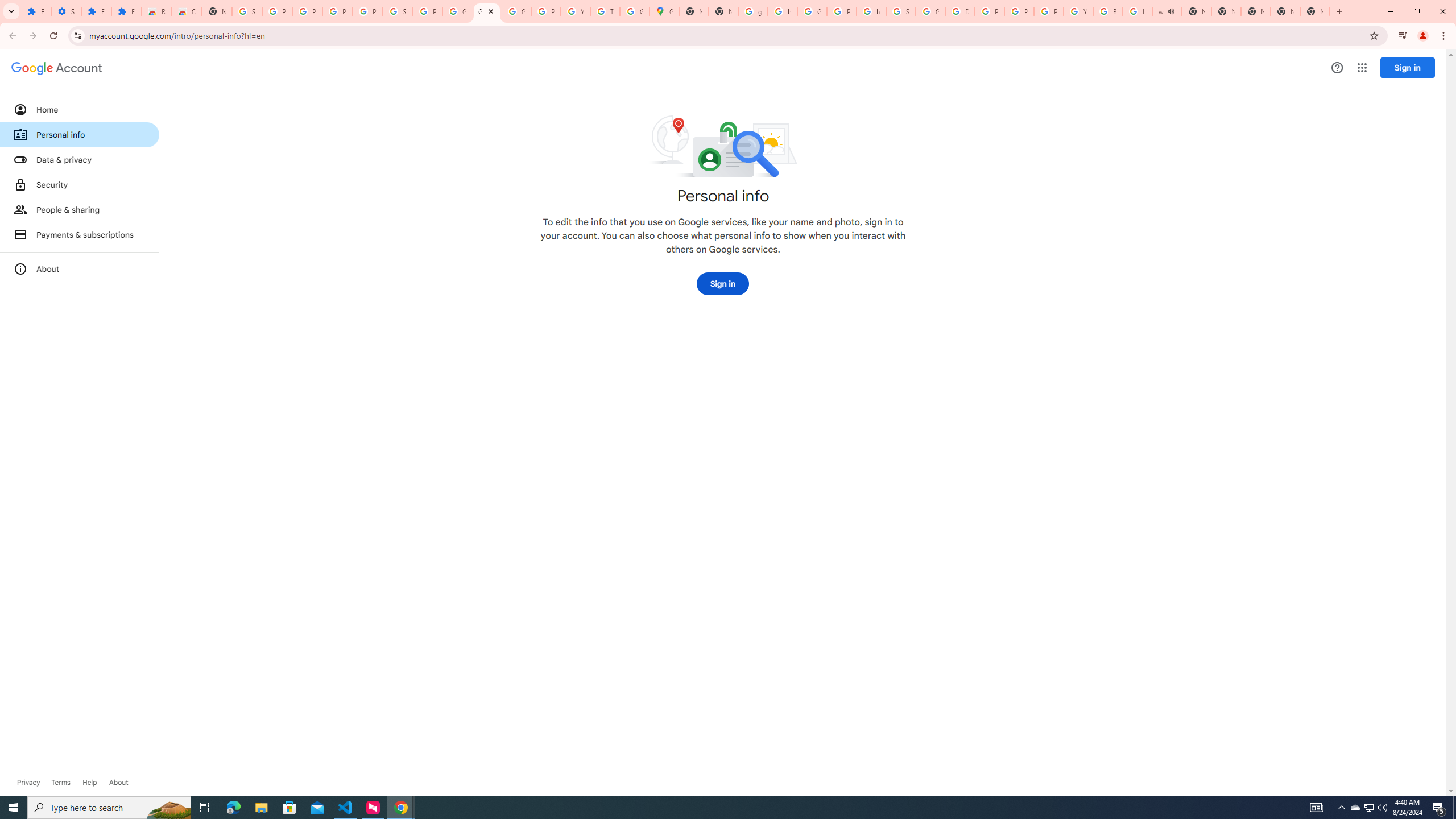 This screenshot has height=819, width=1456. I want to click on 'Sign in - Google Accounts', so click(247, 11).